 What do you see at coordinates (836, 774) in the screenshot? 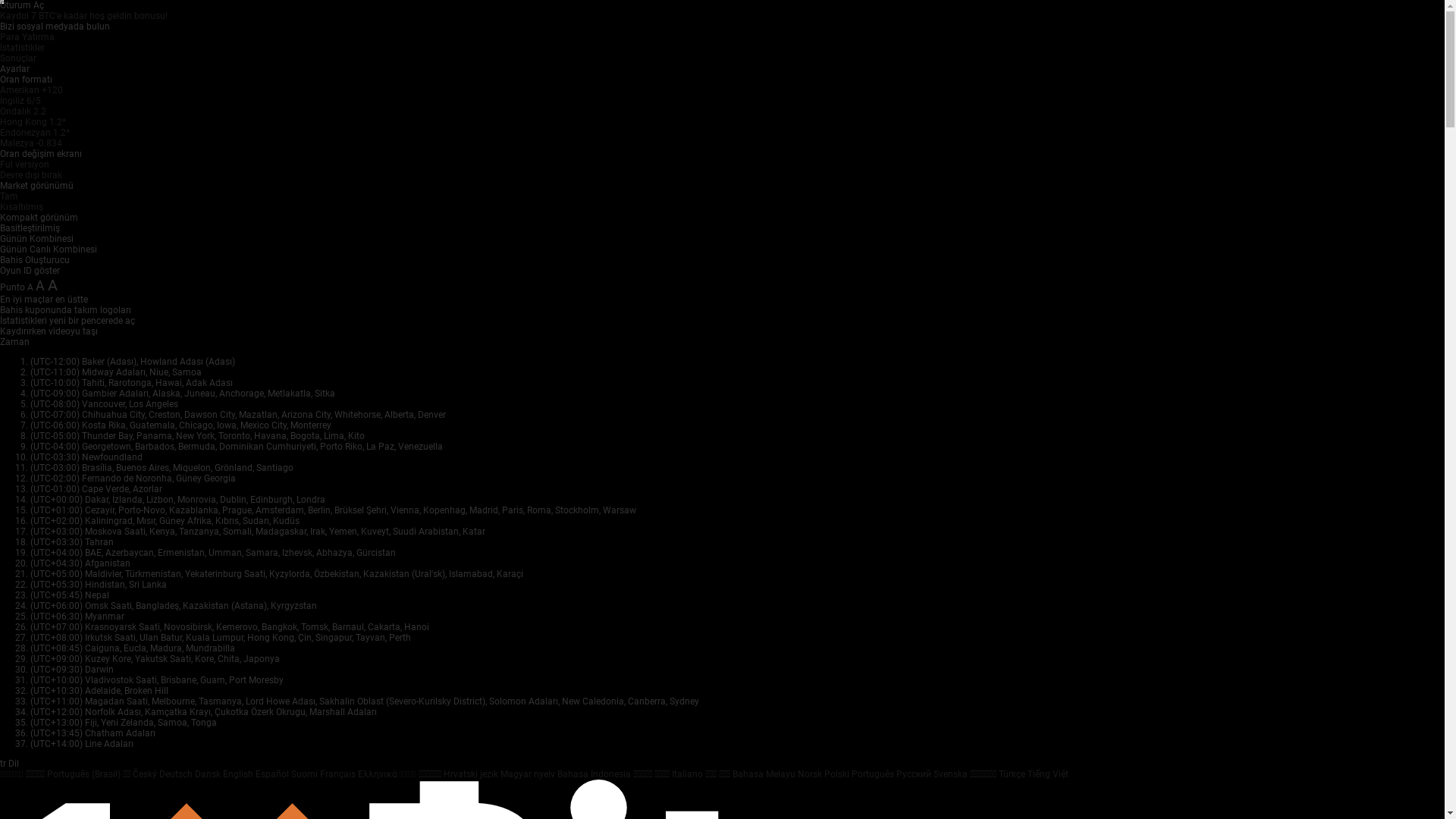
I see `'Polski'` at bounding box center [836, 774].